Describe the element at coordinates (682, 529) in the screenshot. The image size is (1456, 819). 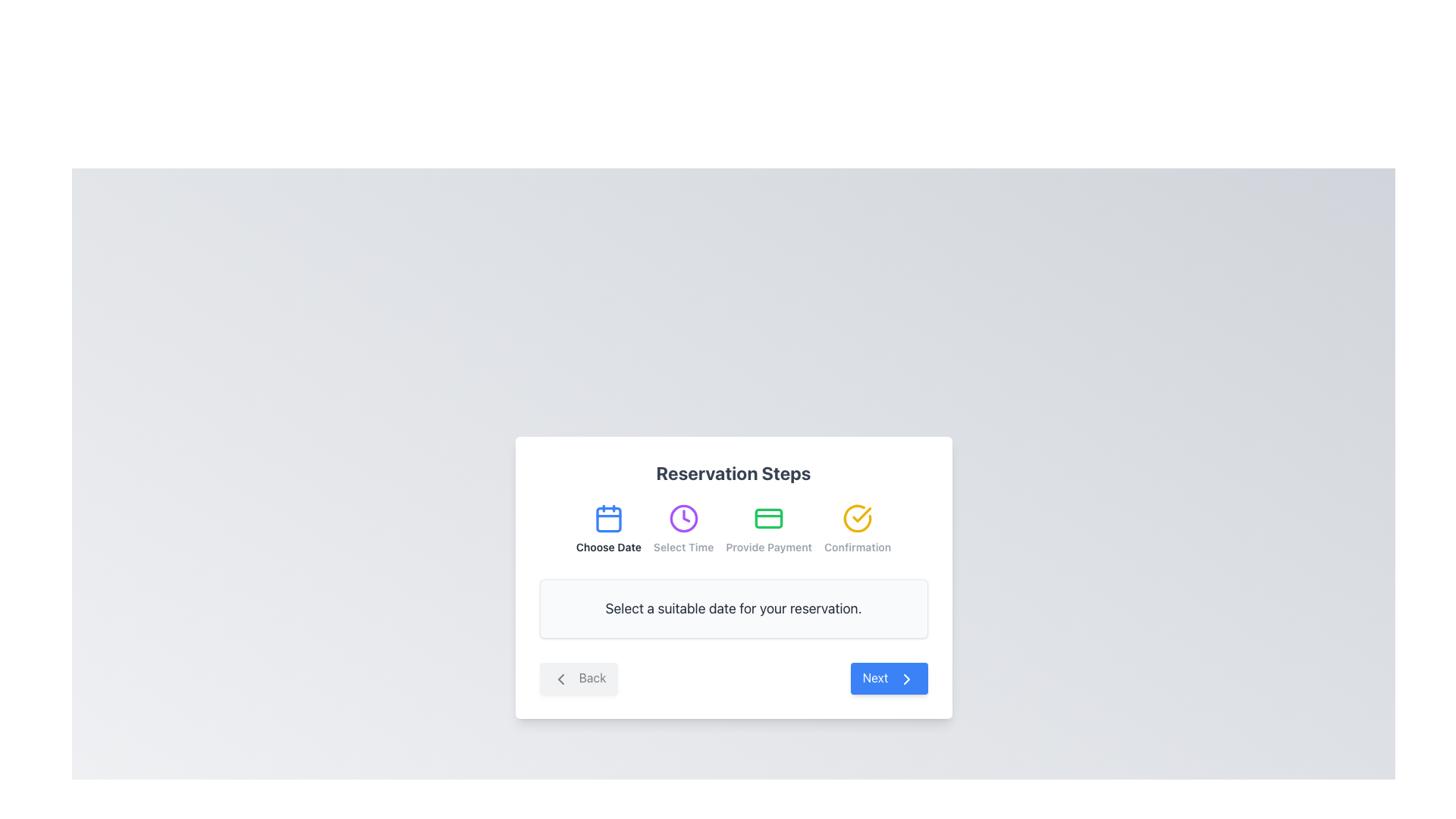
I see `the second step in the horizontally aligned step navigation bar, which represents the step related to selecting a time in the reservation process` at that location.